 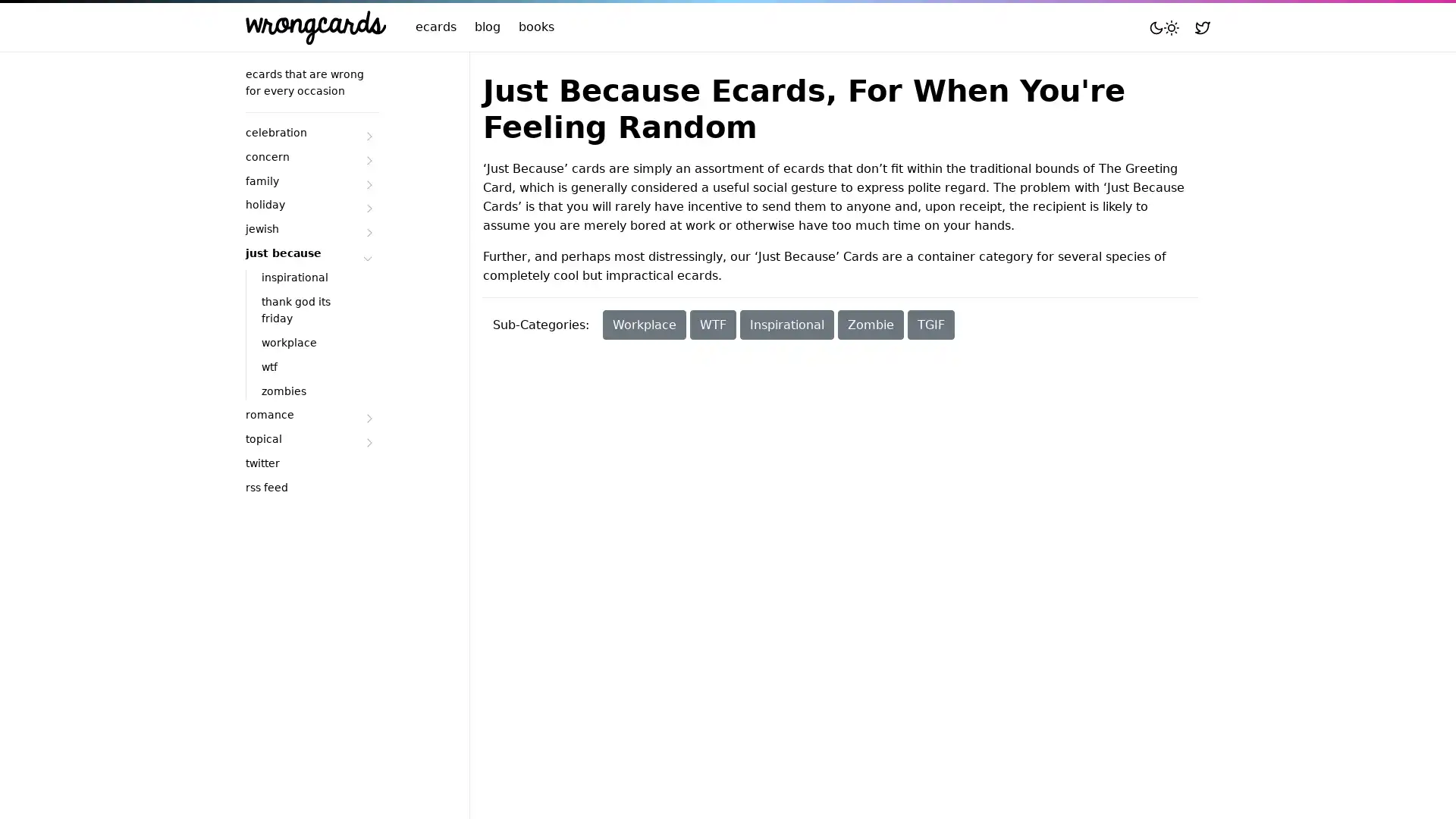 What do you see at coordinates (367, 233) in the screenshot?
I see `Submenu` at bounding box center [367, 233].